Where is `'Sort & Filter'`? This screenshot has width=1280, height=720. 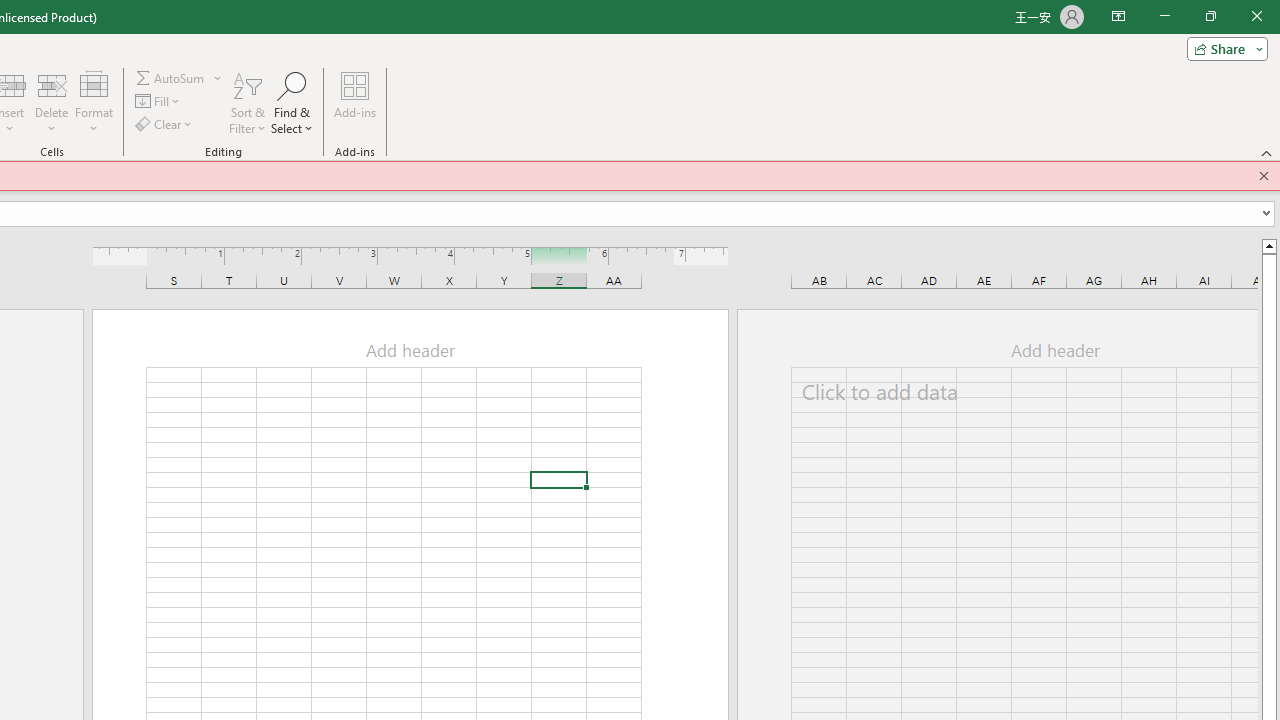
'Sort & Filter' is located at coordinates (246, 103).